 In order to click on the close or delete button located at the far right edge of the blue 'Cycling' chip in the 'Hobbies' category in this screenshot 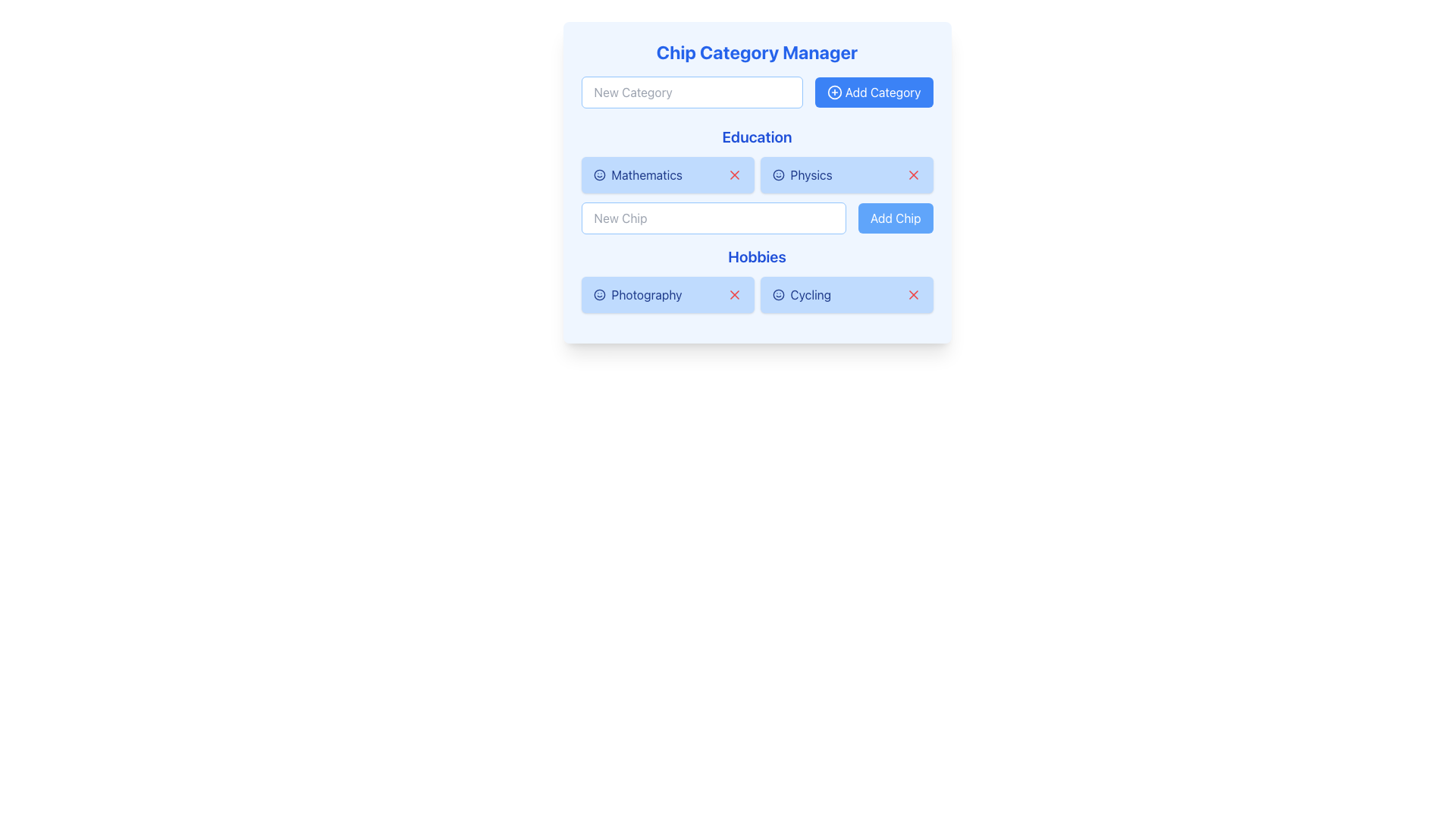, I will do `click(912, 295)`.